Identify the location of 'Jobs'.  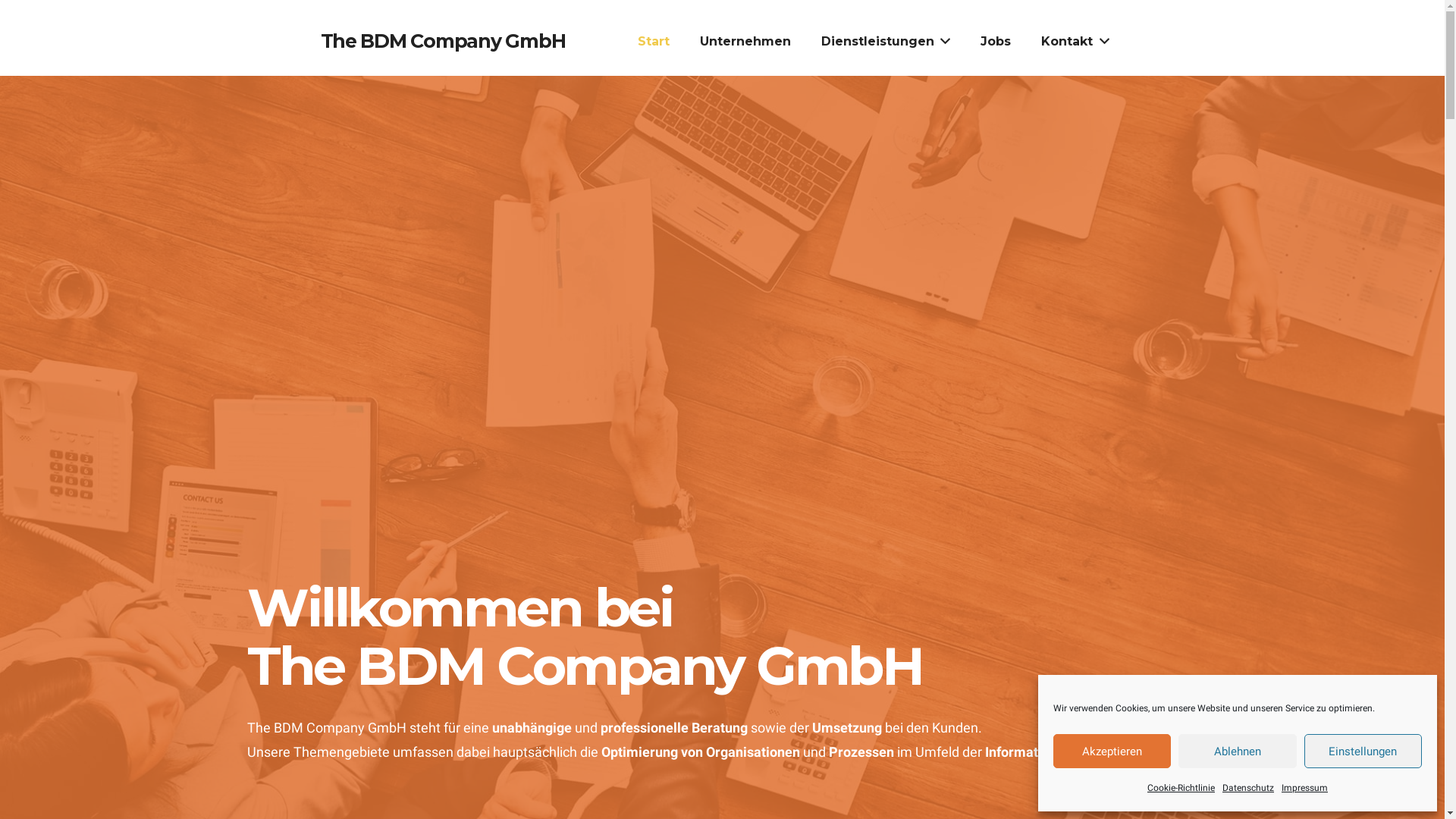
(964, 40).